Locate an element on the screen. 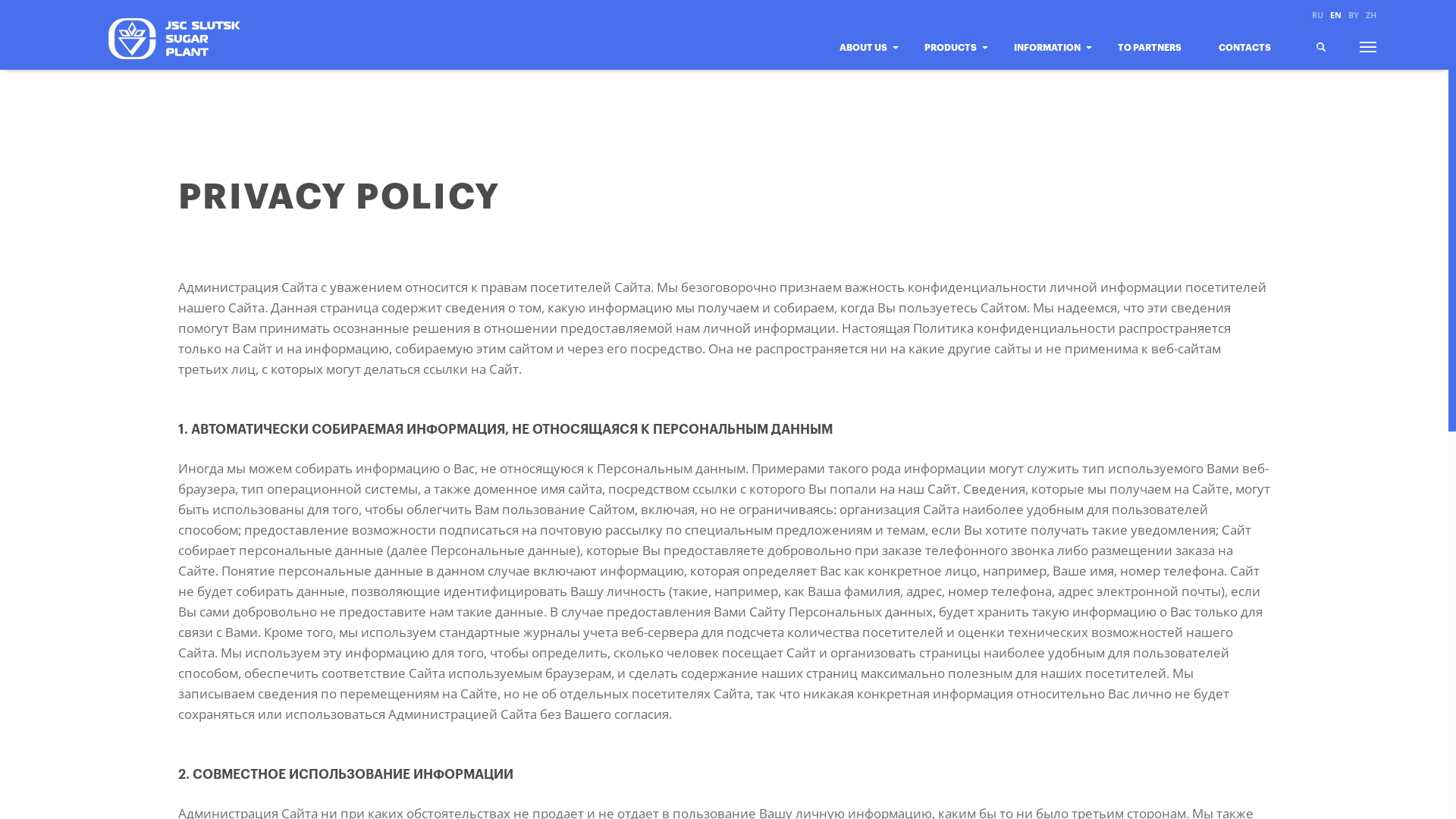  'EN' is located at coordinates (1335, 14).